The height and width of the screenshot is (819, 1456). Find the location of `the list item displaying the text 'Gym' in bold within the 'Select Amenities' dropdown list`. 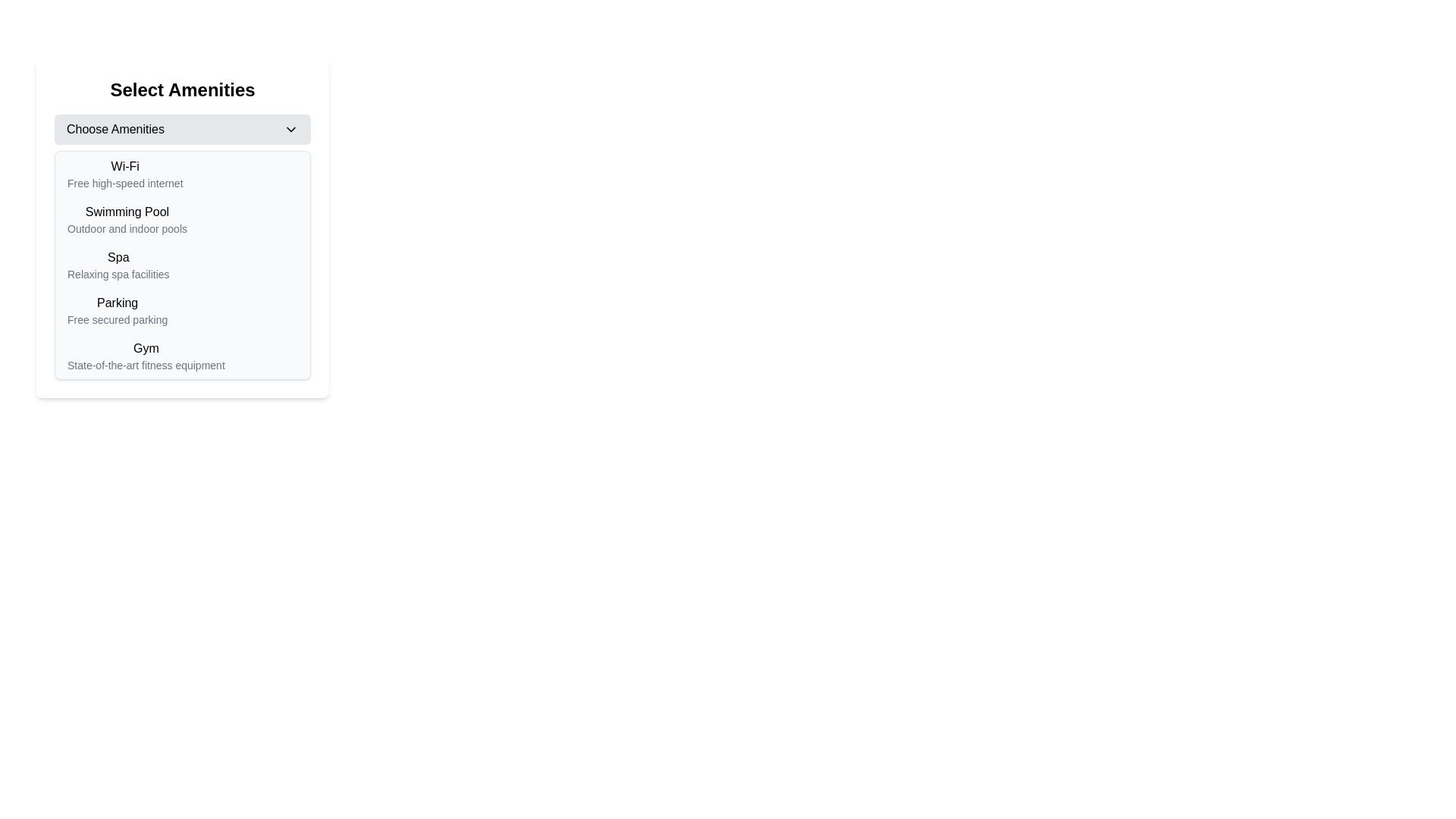

the list item displaying the text 'Gym' in bold within the 'Select Amenities' dropdown list is located at coordinates (146, 356).